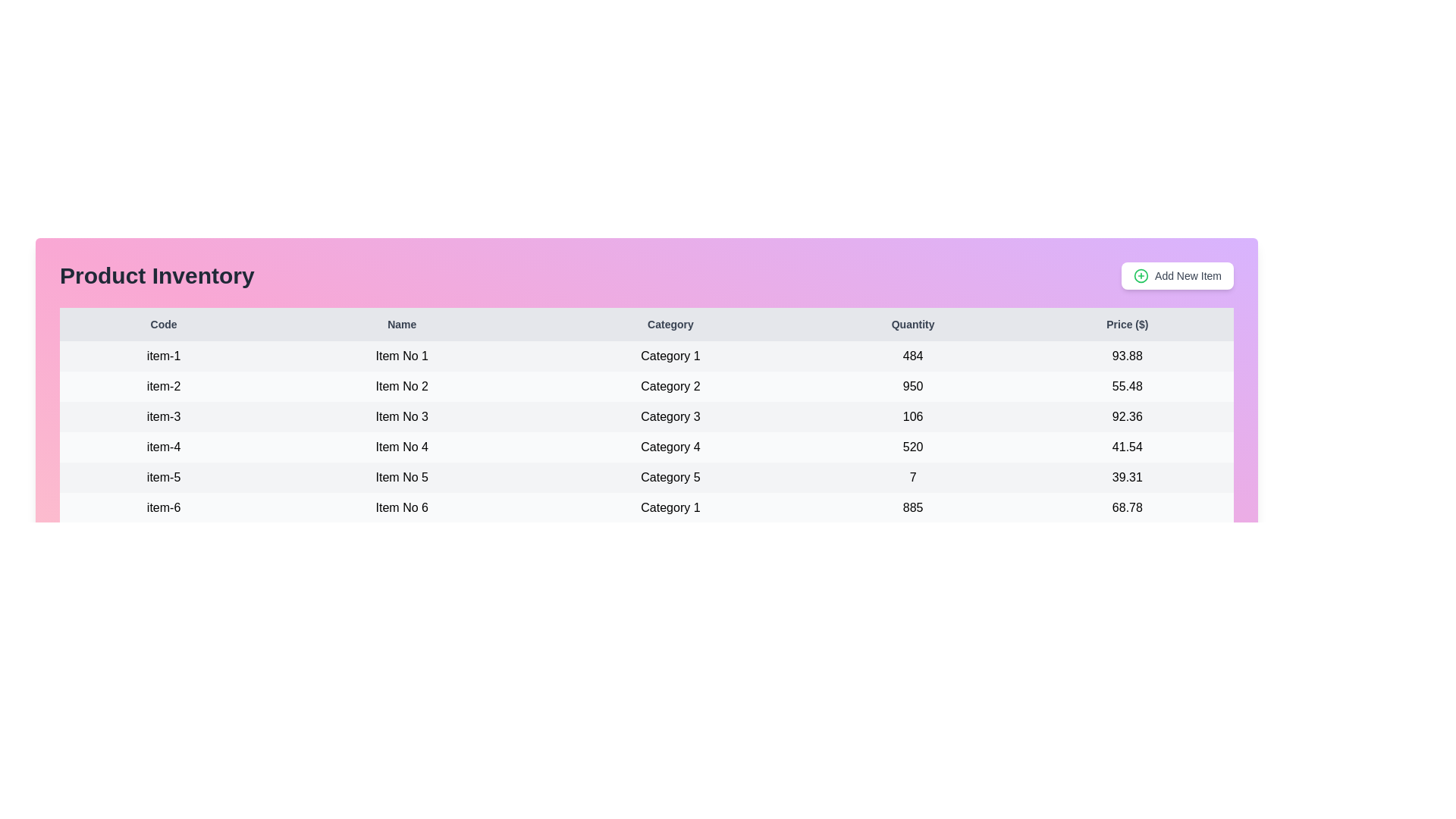  I want to click on 'Add New Item' button to initiate the addition of a new item, so click(1177, 275).